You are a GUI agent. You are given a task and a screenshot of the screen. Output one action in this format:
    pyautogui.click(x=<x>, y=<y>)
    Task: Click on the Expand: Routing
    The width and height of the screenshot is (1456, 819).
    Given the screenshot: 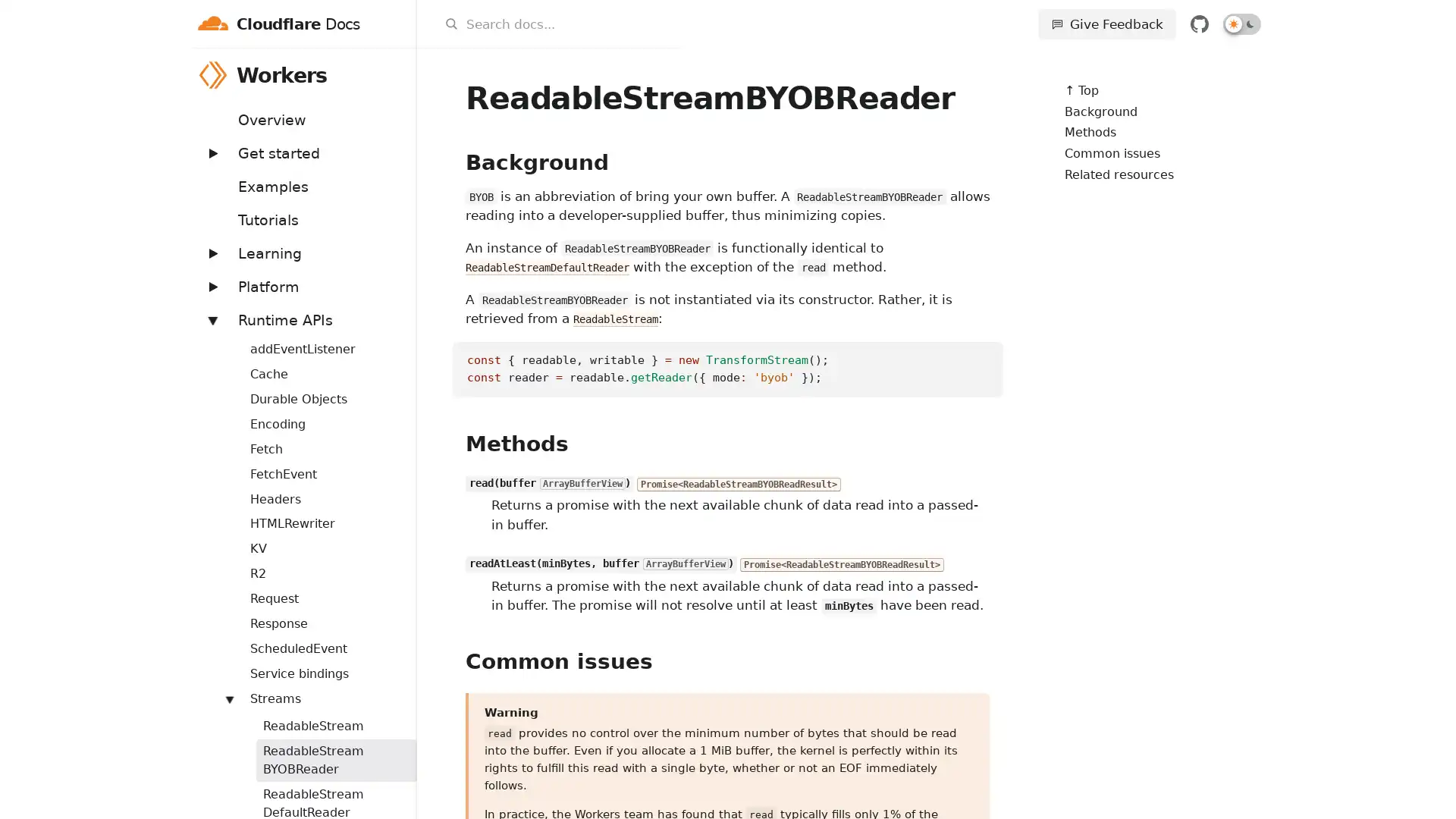 What is the action you would take?
    pyautogui.click(x=221, y=640)
    